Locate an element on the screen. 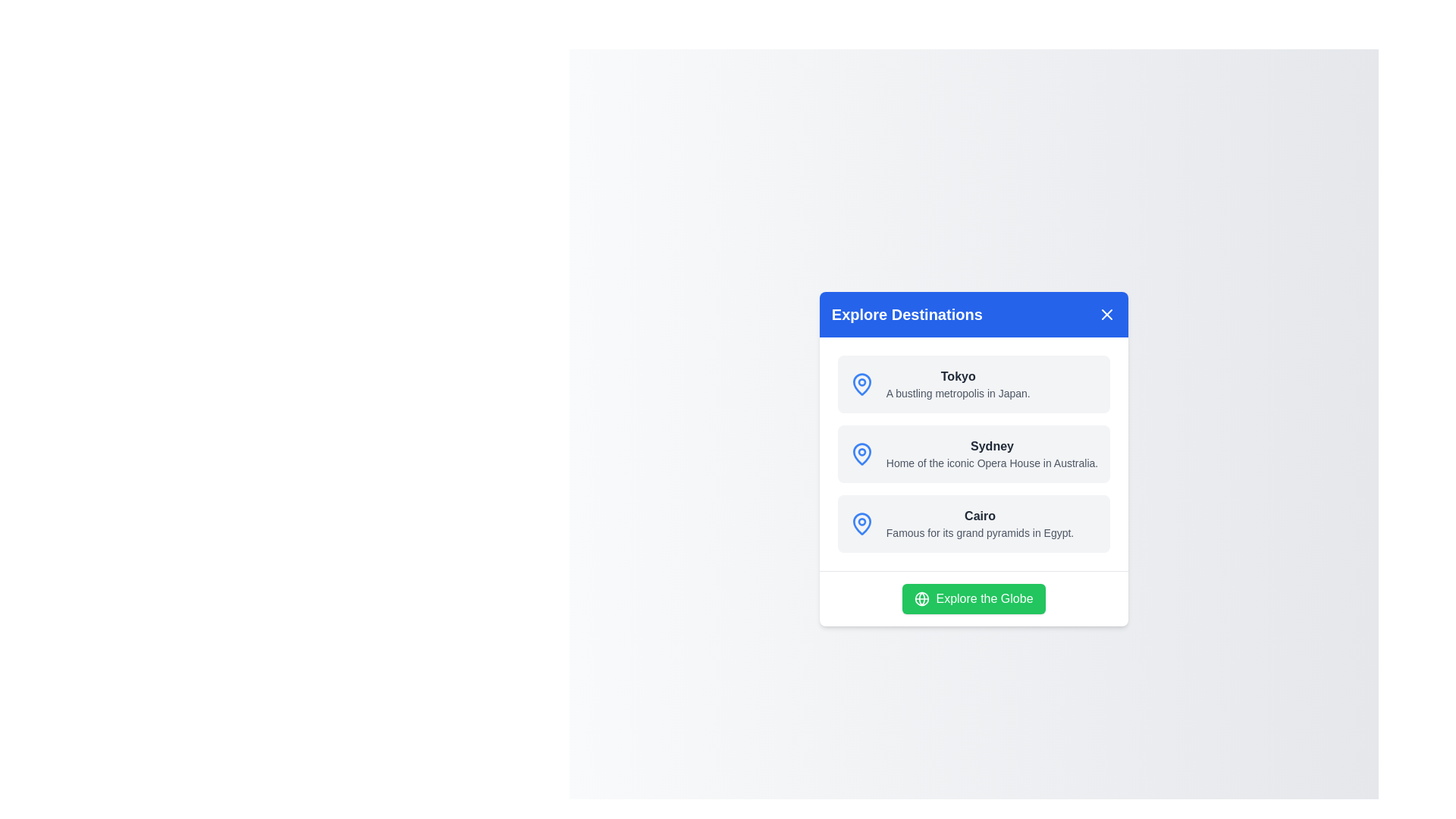 This screenshot has height=819, width=1456. the destination card for Sydney is located at coordinates (974, 453).